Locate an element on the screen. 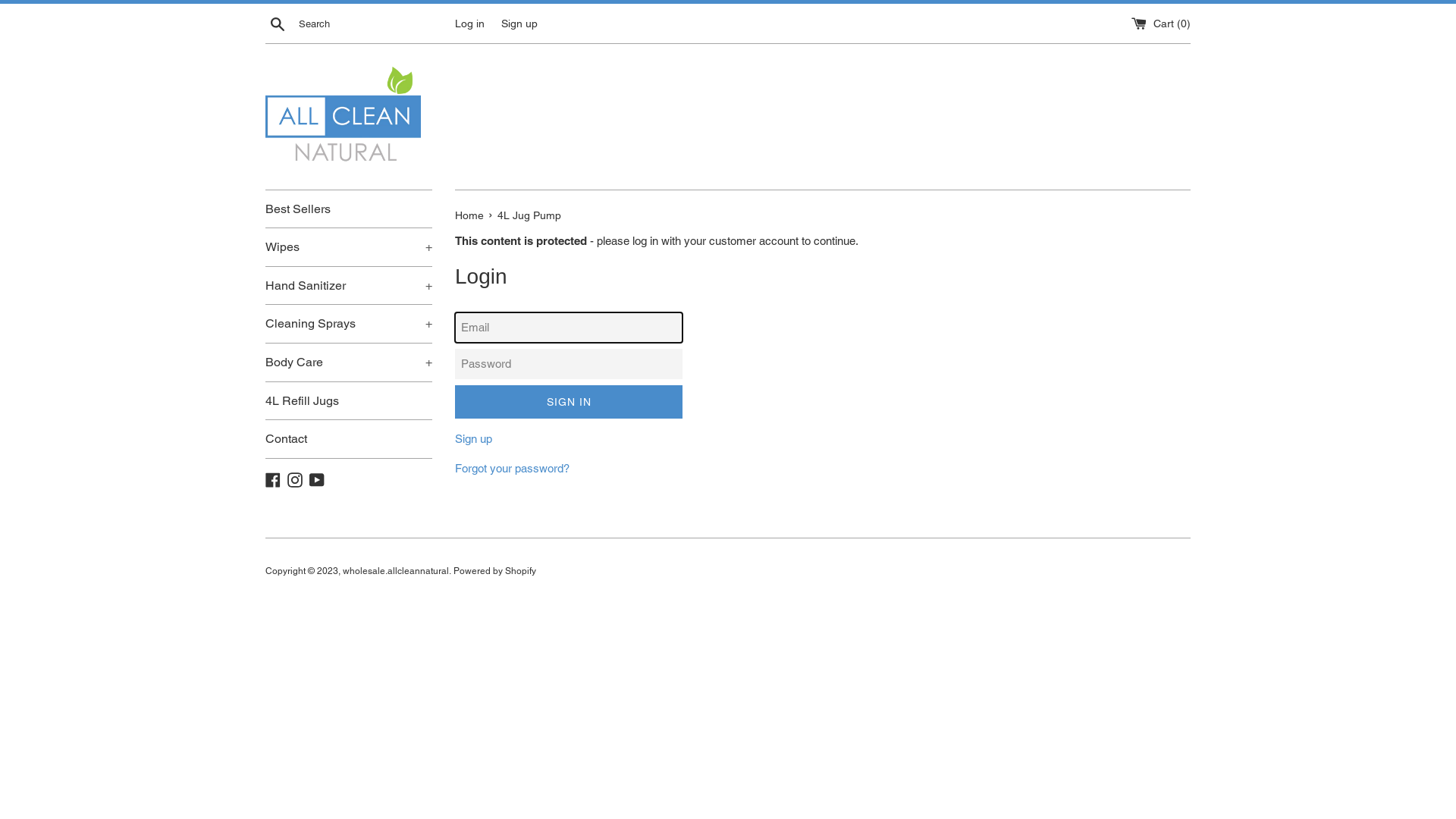 The image size is (1456, 819). 'Sign up' is located at coordinates (472, 438).